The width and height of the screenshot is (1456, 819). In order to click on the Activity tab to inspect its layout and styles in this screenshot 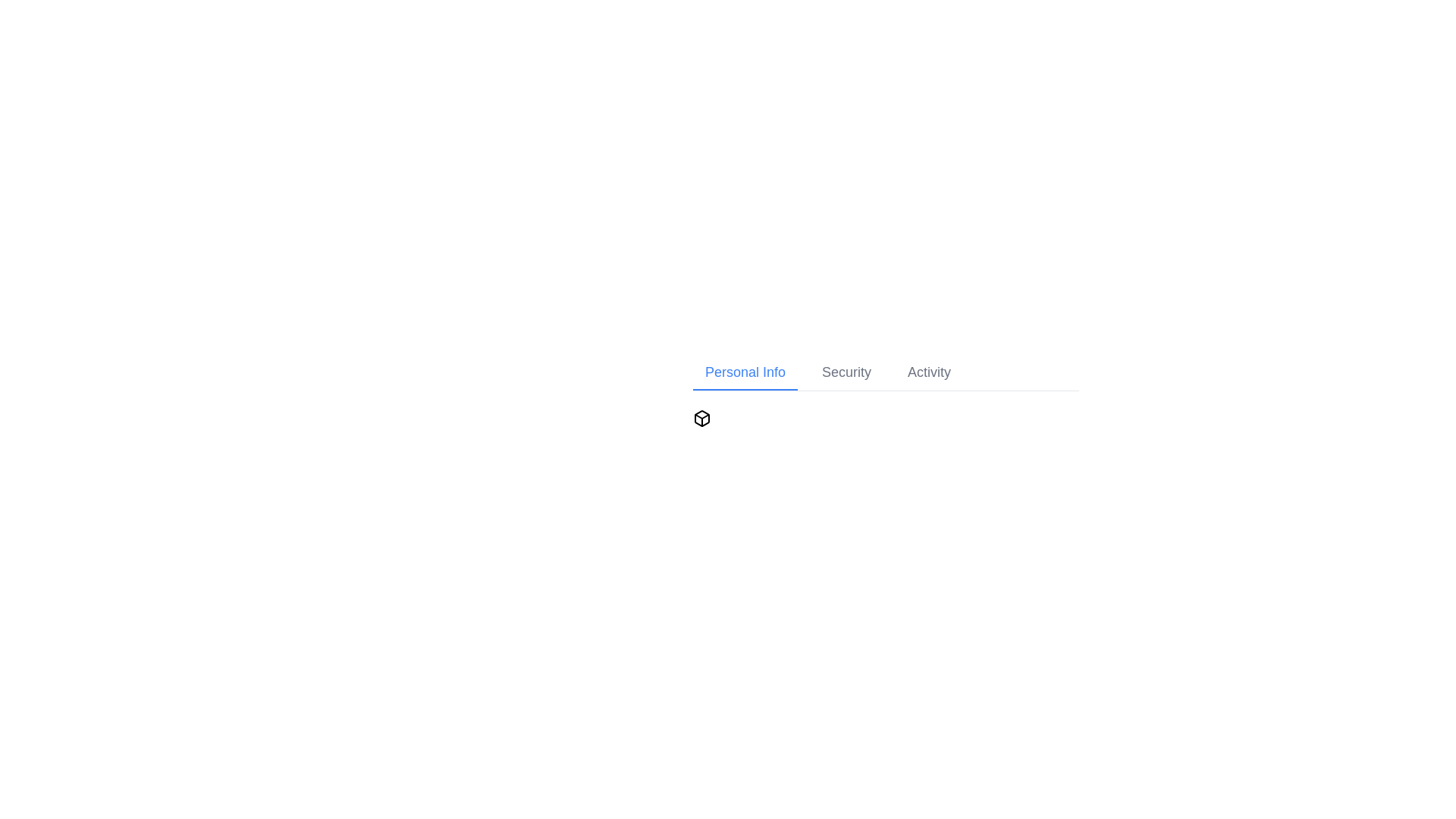, I will do `click(927, 373)`.